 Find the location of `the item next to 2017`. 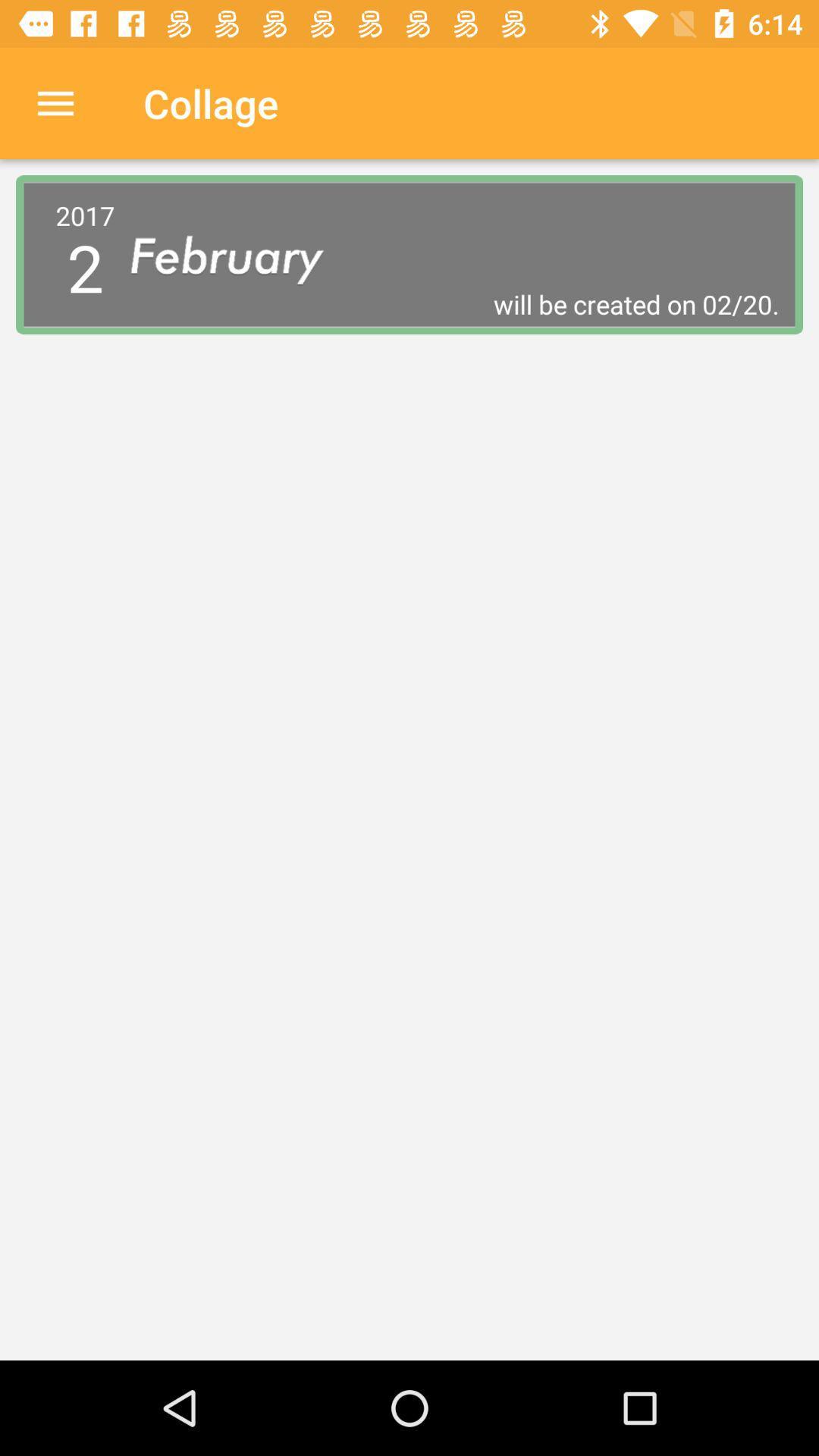

the item next to 2017 is located at coordinates (454, 303).